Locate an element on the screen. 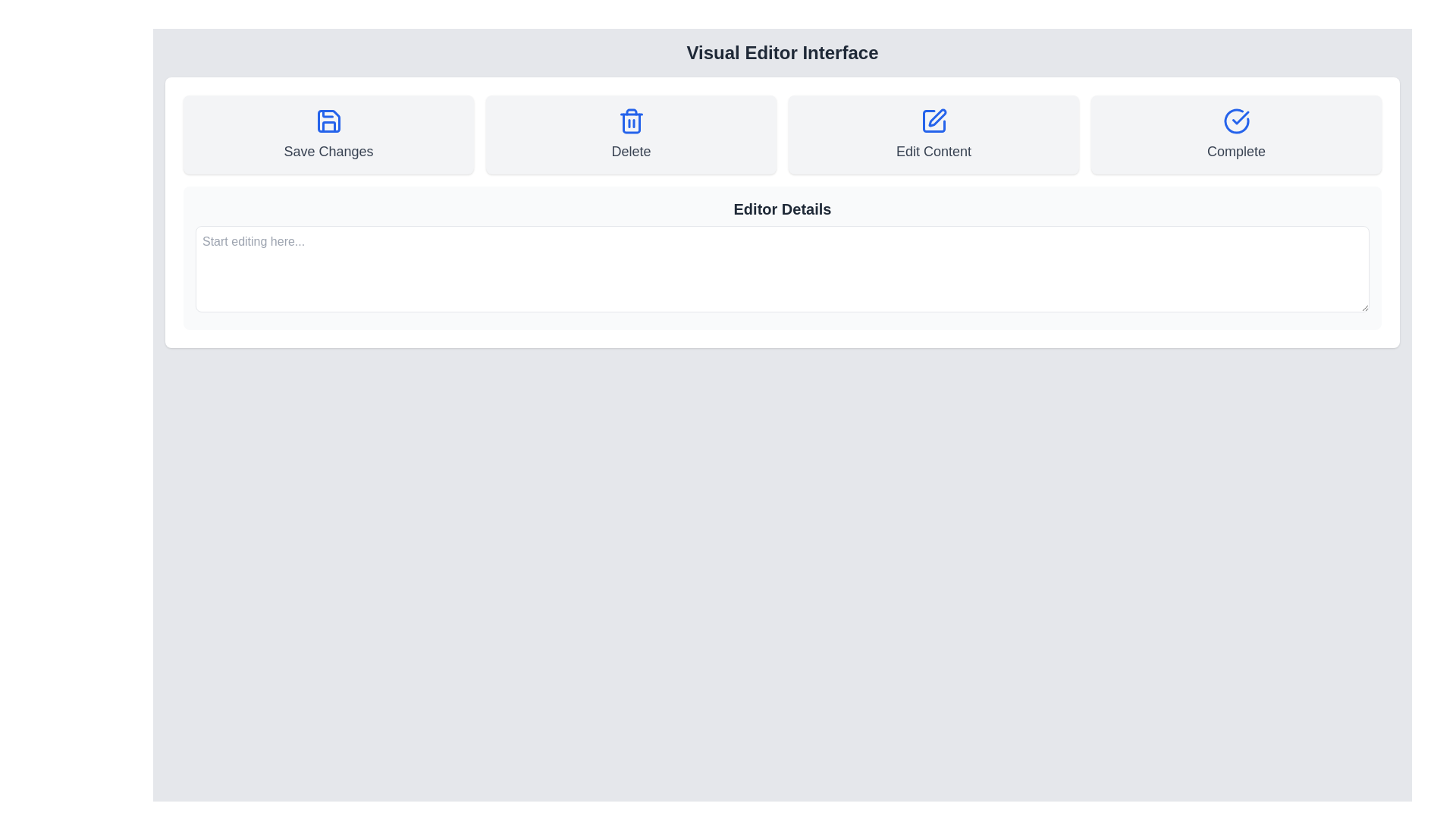 Image resolution: width=1456 pixels, height=819 pixels. the icon button located at the top-center of the 'Edit Content' card is located at coordinates (933, 120).